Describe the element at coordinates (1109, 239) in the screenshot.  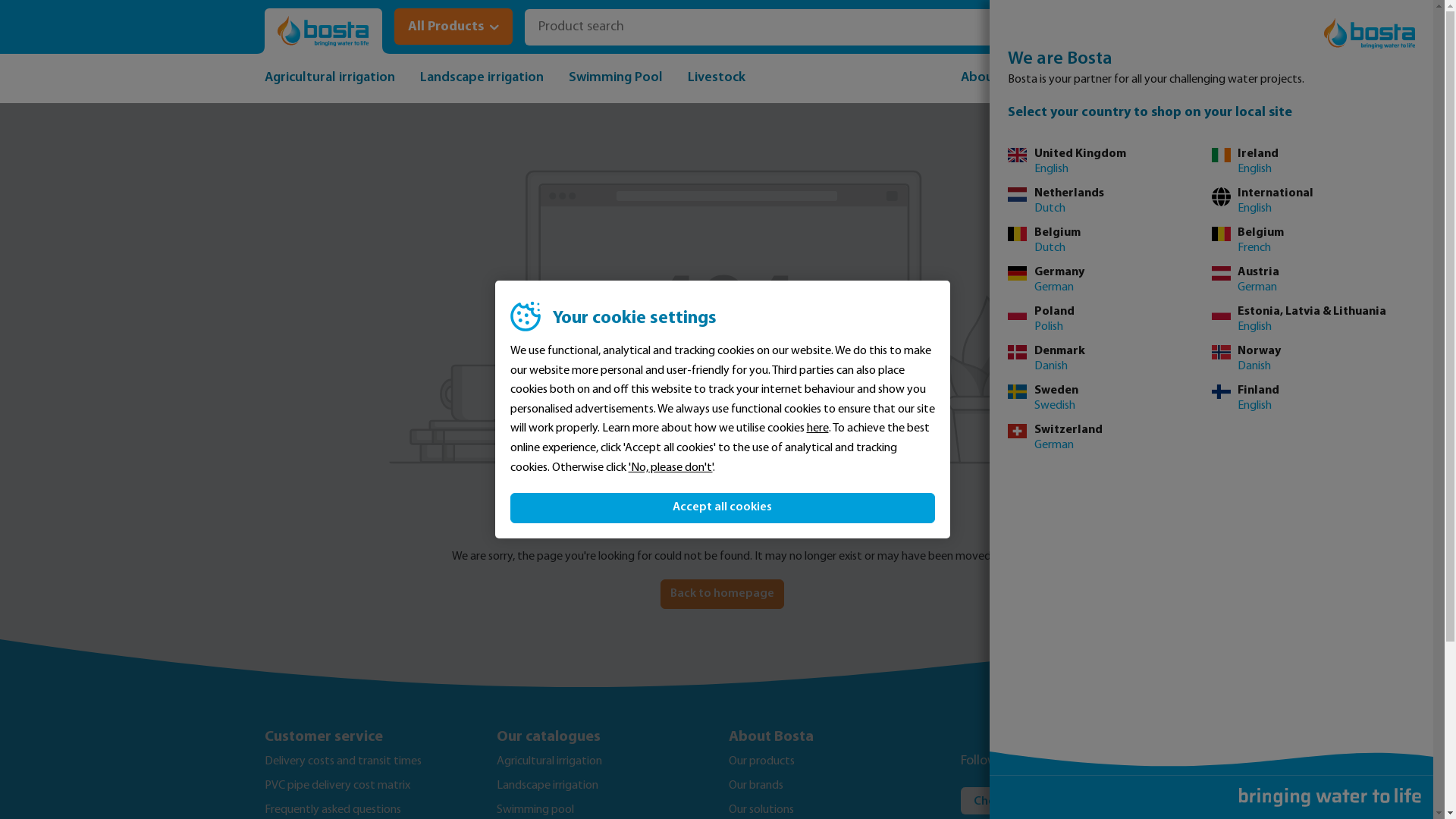
I see `'Belgium` at that location.